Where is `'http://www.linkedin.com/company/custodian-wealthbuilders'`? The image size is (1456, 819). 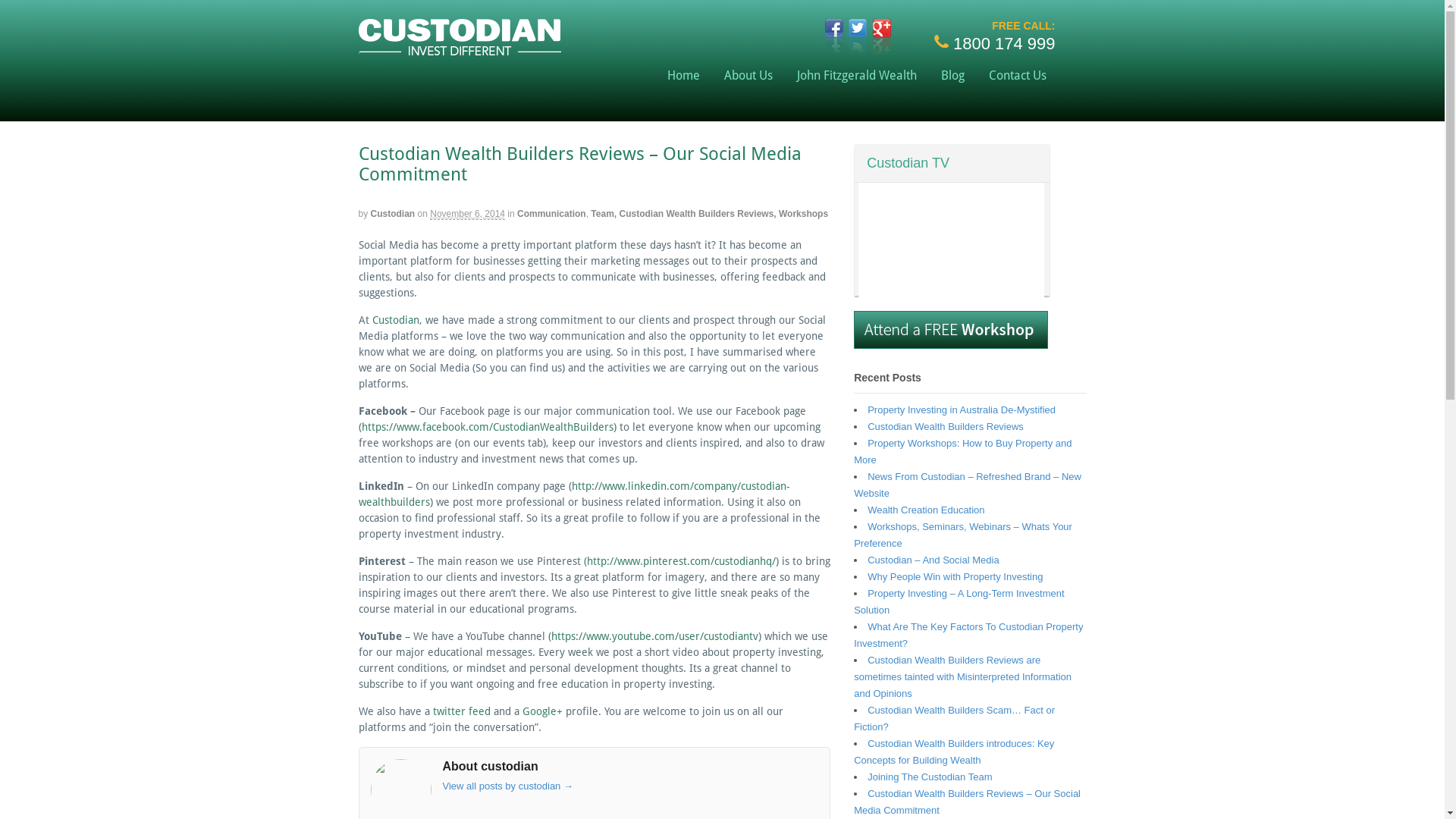 'http://www.linkedin.com/company/custodian-wealthbuilders' is located at coordinates (573, 494).